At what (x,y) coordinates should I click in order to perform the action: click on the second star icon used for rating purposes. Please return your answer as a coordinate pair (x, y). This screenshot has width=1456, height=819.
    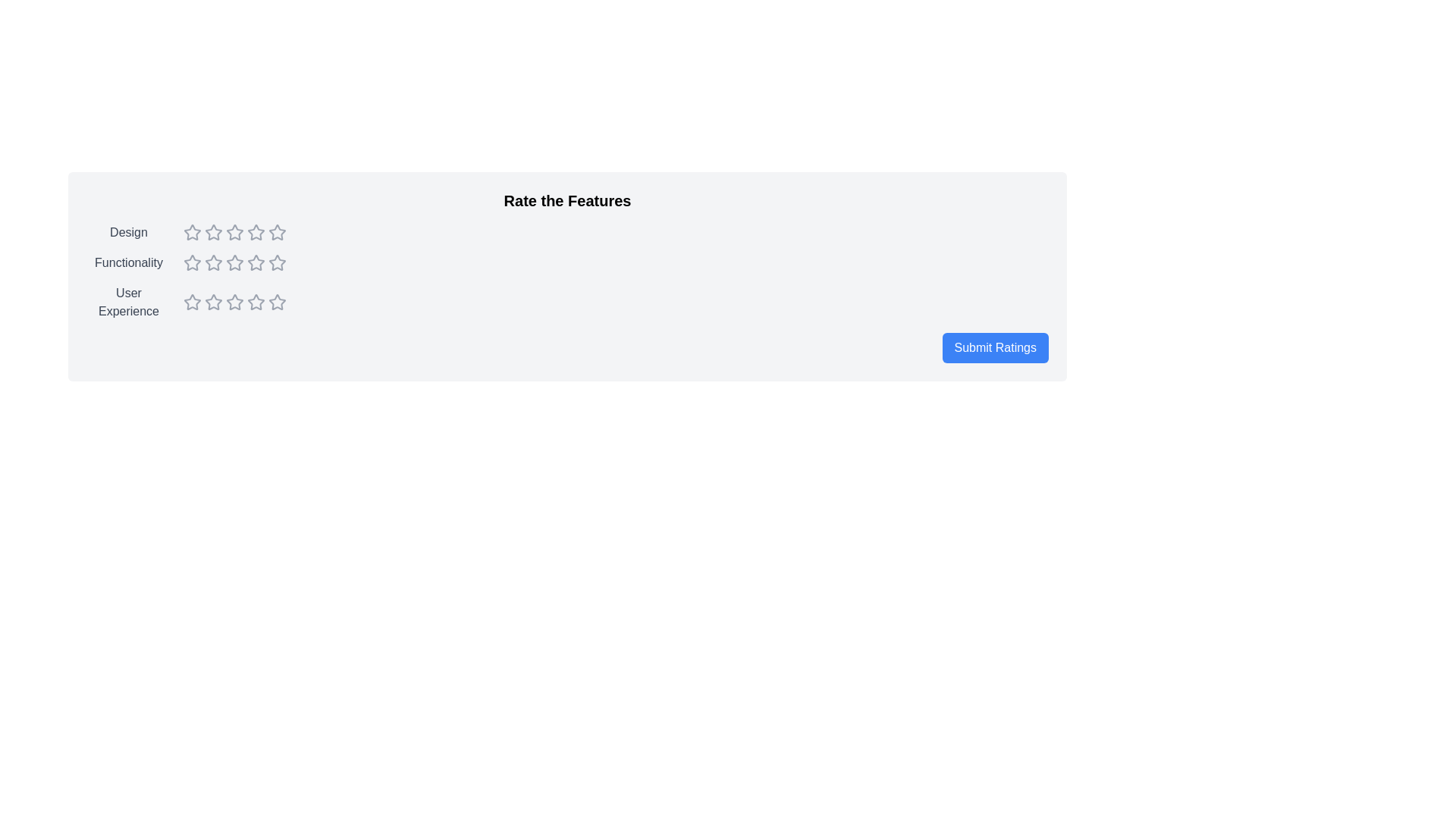
    Looking at the image, I should click on (234, 232).